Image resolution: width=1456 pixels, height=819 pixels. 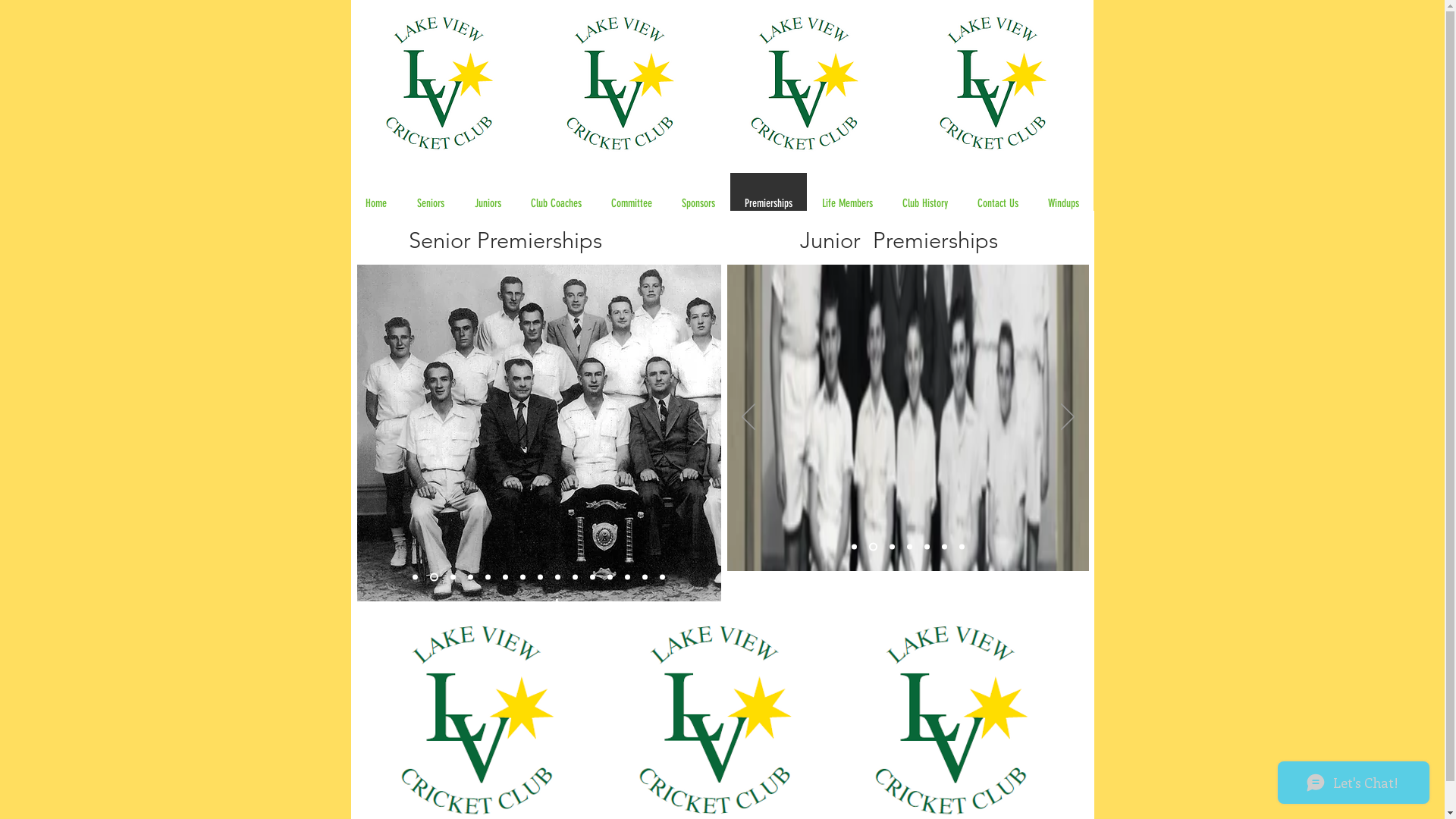 What do you see at coordinates (429, 202) in the screenshot?
I see `'Seniors'` at bounding box center [429, 202].